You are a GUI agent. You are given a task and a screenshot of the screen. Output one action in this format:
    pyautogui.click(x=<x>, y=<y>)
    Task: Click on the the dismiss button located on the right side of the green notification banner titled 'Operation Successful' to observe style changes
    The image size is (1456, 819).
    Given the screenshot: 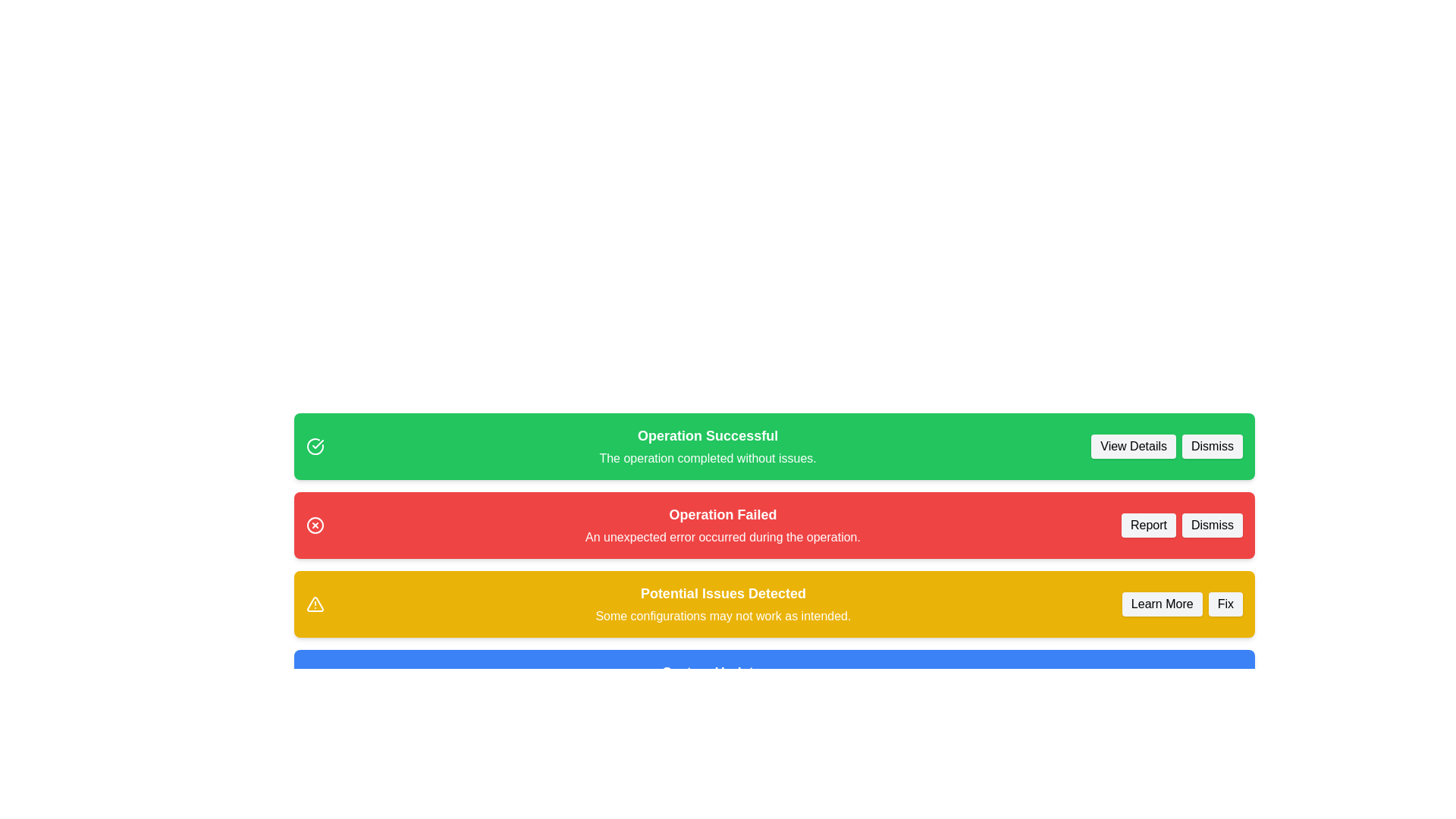 What is the action you would take?
    pyautogui.click(x=1211, y=446)
    